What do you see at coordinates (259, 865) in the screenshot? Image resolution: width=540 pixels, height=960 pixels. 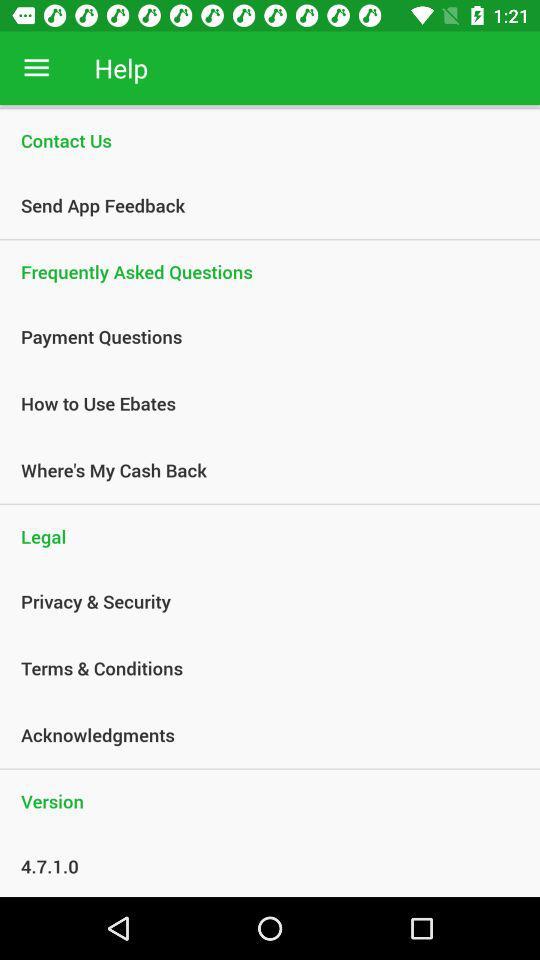 I see `the 4 7 1 icon` at bounding box center [259, 865].